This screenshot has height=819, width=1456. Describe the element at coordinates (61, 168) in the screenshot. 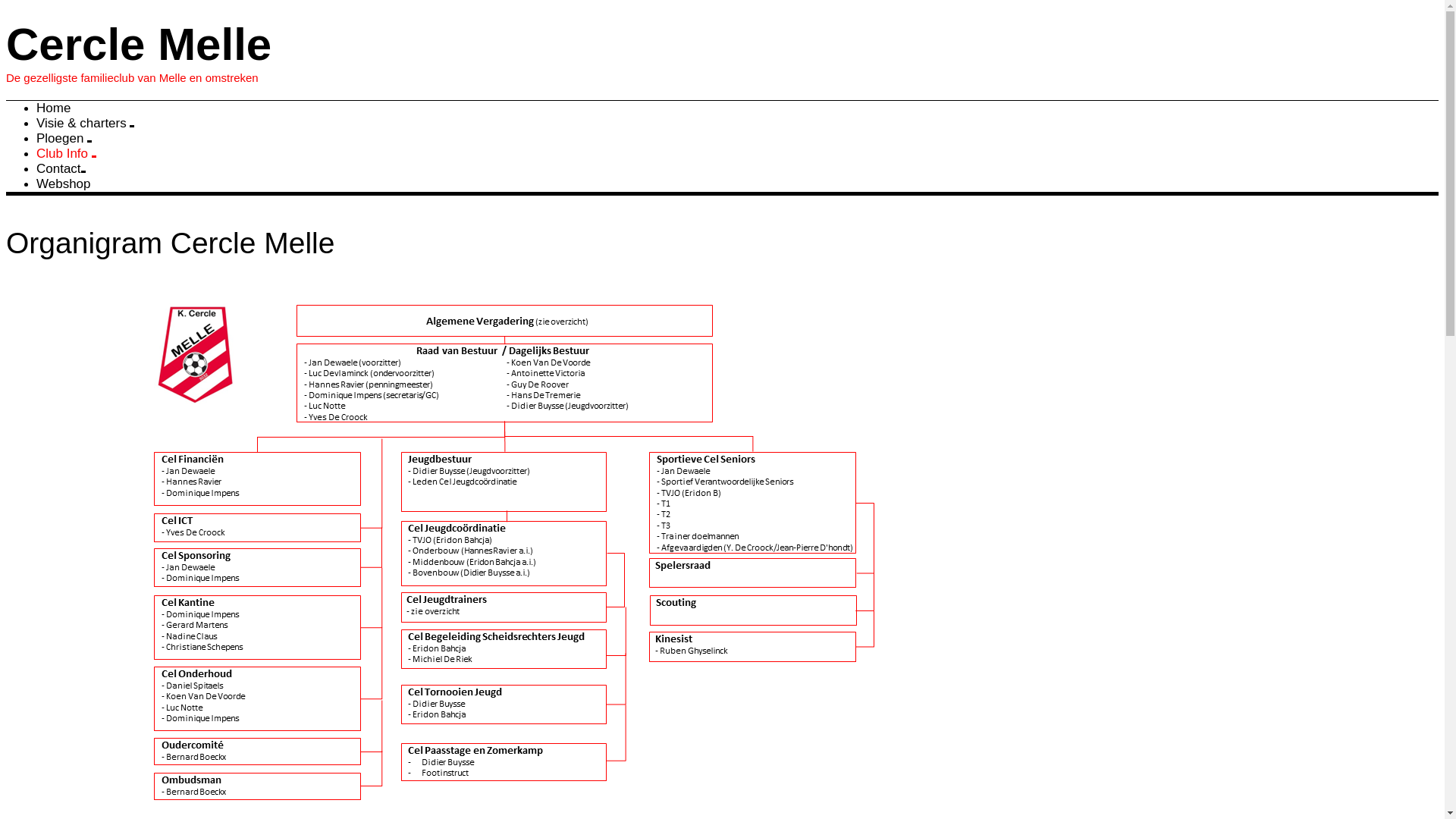

I see `'Contact'` at that location.